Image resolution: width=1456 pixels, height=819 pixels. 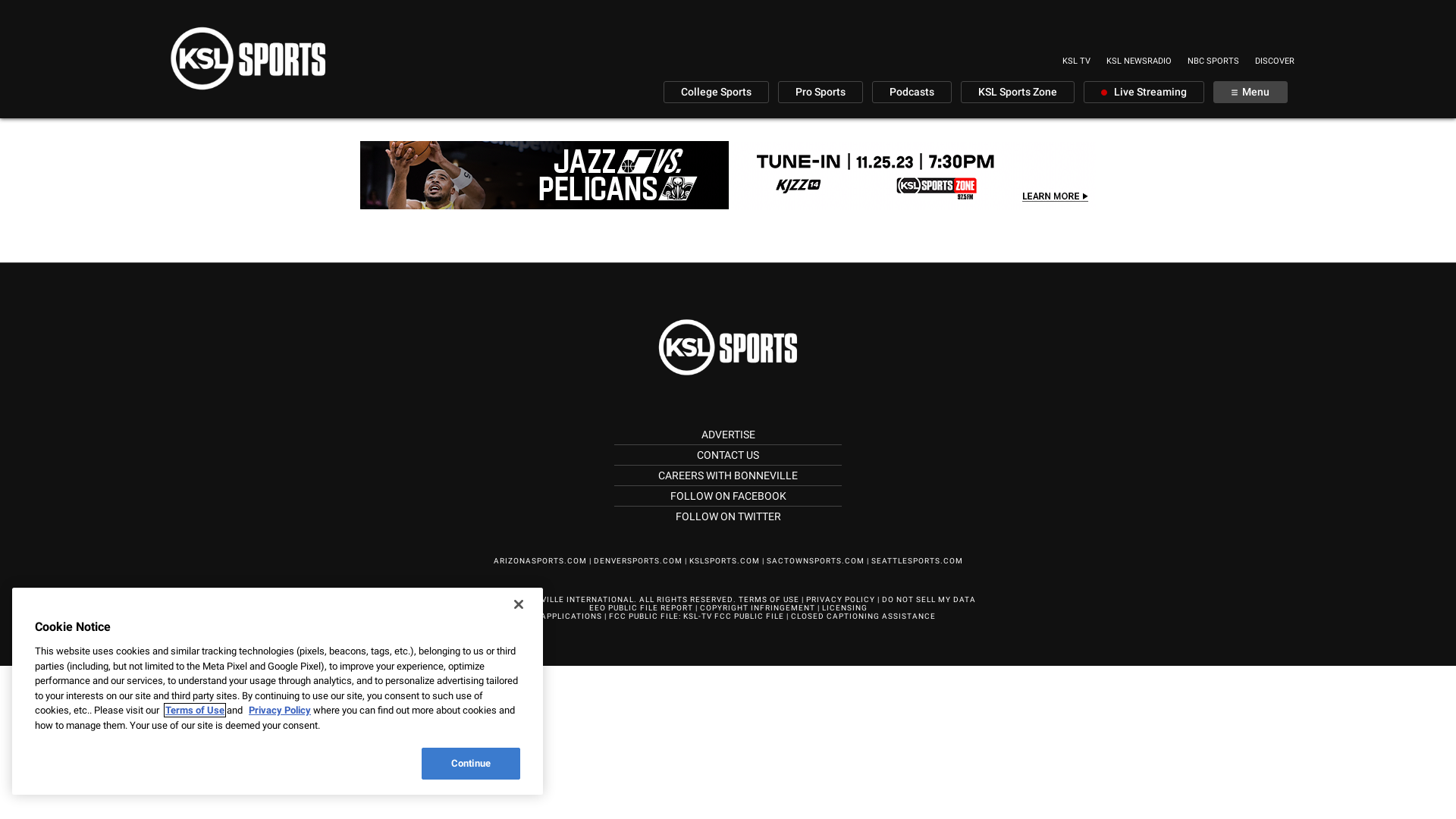 What do you see at coordinates (881, 598) in the screenshot?
I see `'DO NOT SELL MY DATA'` at bounding box center [881, 598].